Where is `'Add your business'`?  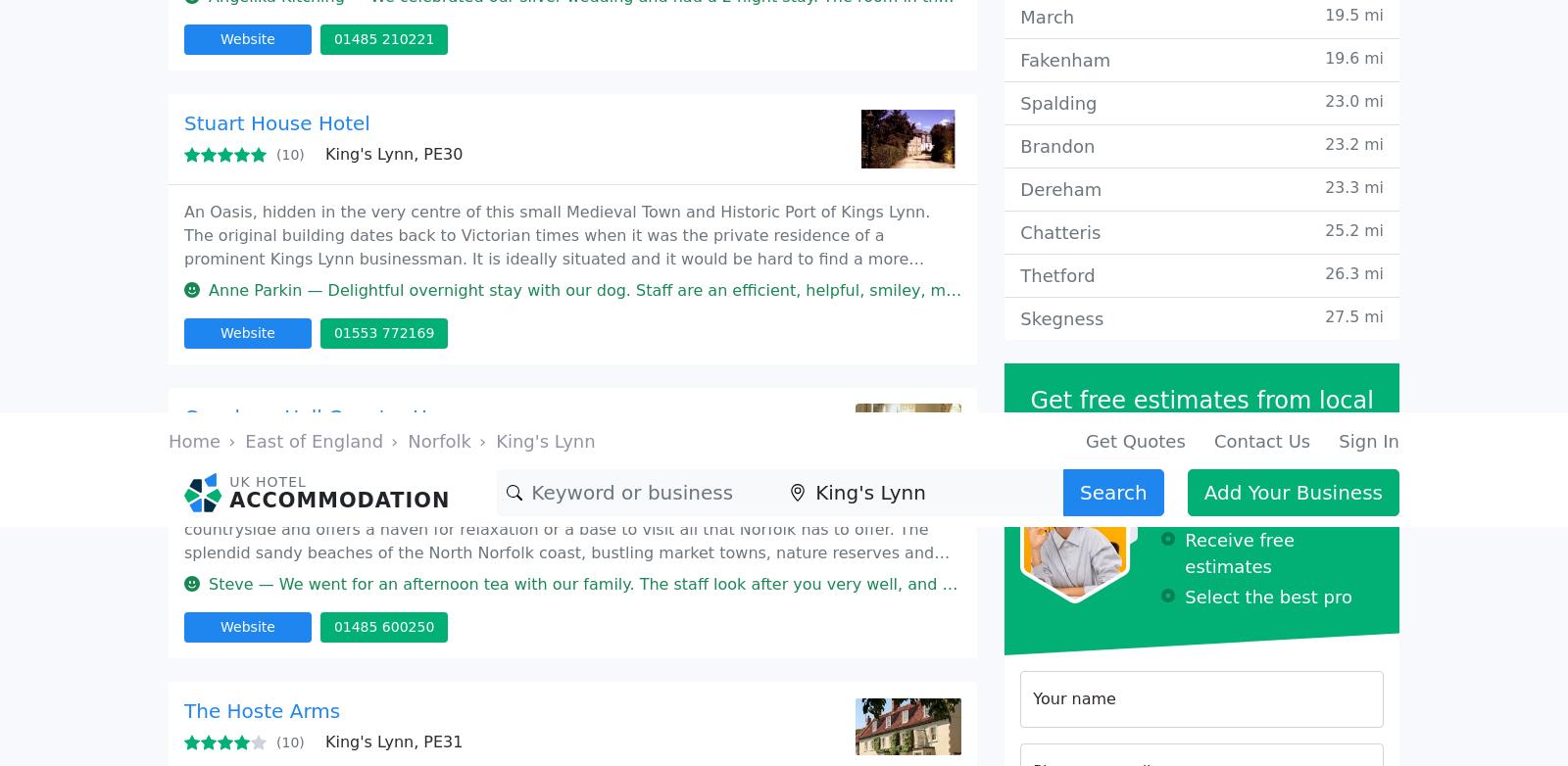
'Add your business' is located at coordinates (1085, 235).